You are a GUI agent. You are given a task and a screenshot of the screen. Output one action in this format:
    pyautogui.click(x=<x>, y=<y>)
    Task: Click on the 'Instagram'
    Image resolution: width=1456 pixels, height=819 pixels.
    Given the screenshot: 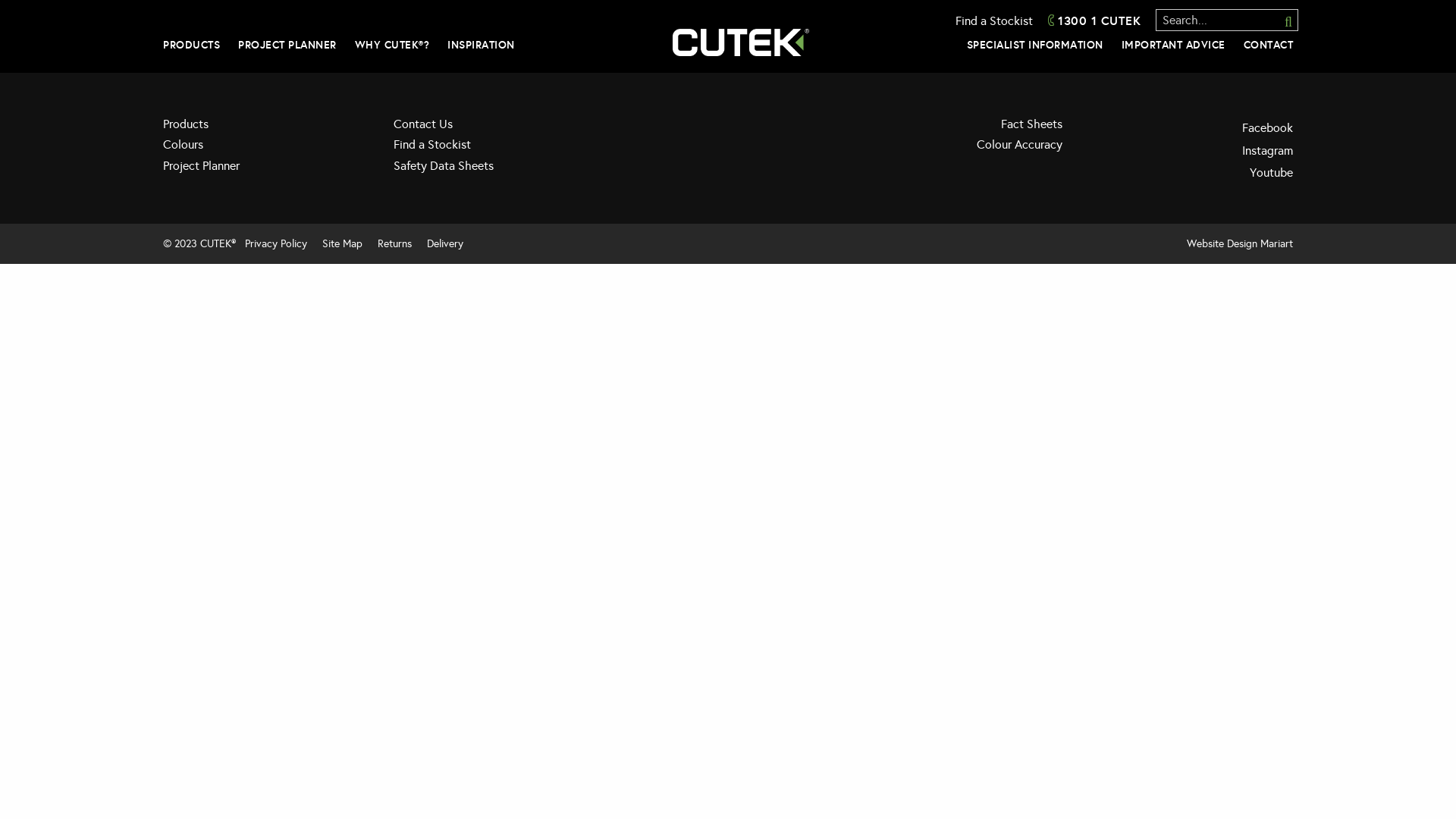 What is the action you would take?
    pyautogui.click(x=1188, y=151)
    